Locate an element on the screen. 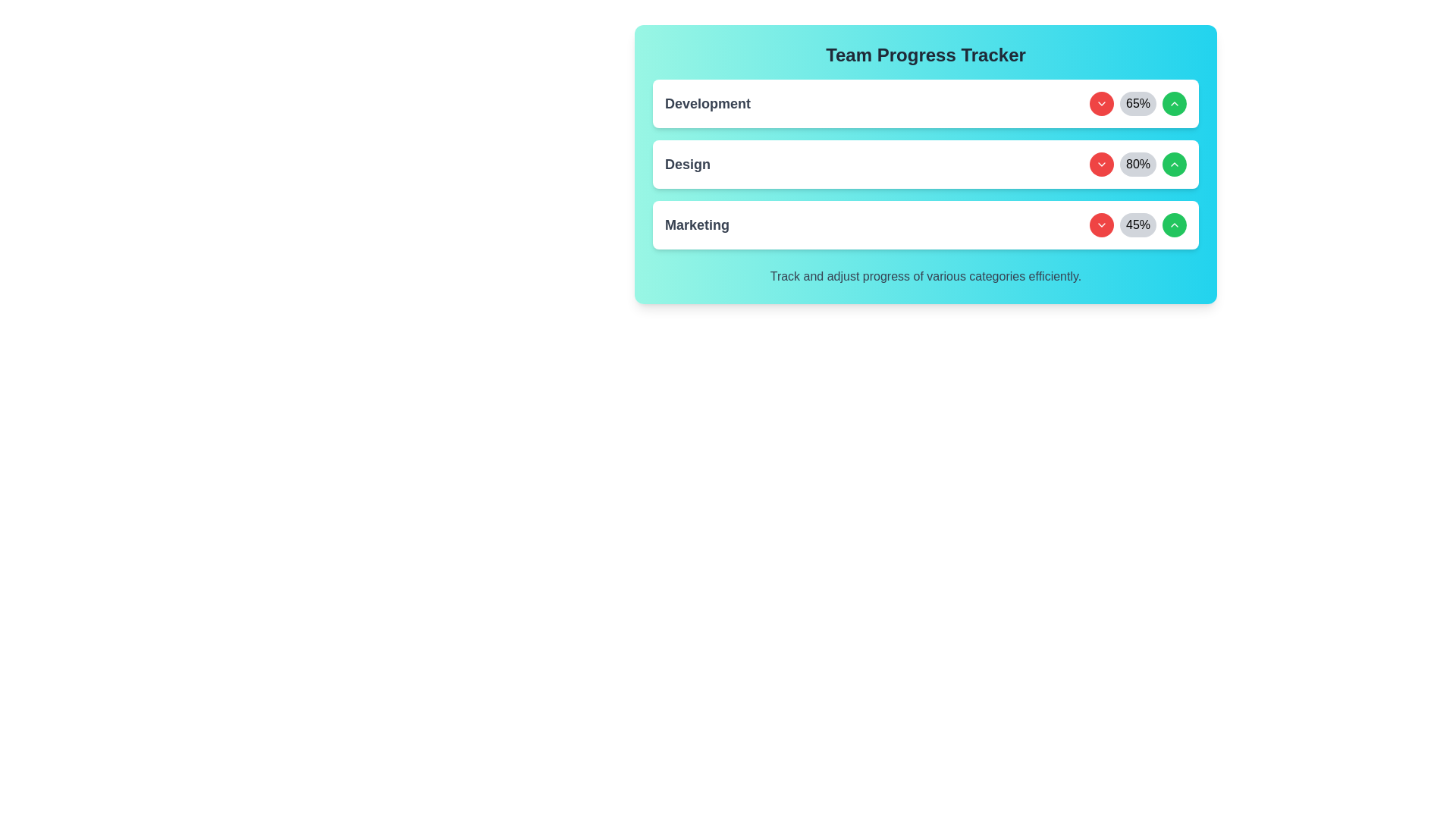 The width and height of the screenshot is (1456, 819). the small circular red button with a white downward arrow, which is part of the progress tracking for the 'Development' category, to decrease the progress is located at coordinates (1102, 103).